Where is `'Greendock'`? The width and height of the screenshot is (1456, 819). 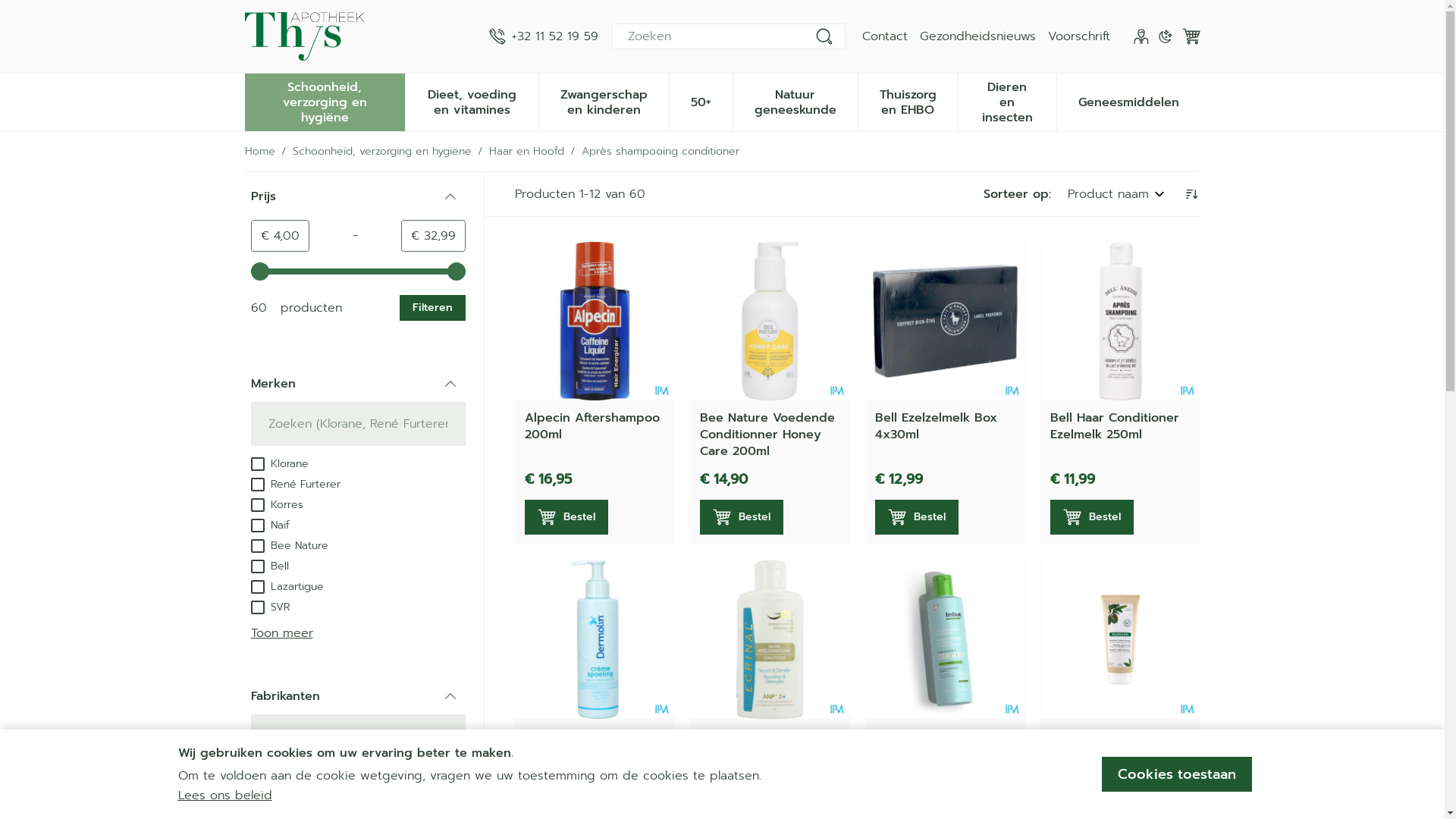
'Greendock' is located at coordinates (288, 795).